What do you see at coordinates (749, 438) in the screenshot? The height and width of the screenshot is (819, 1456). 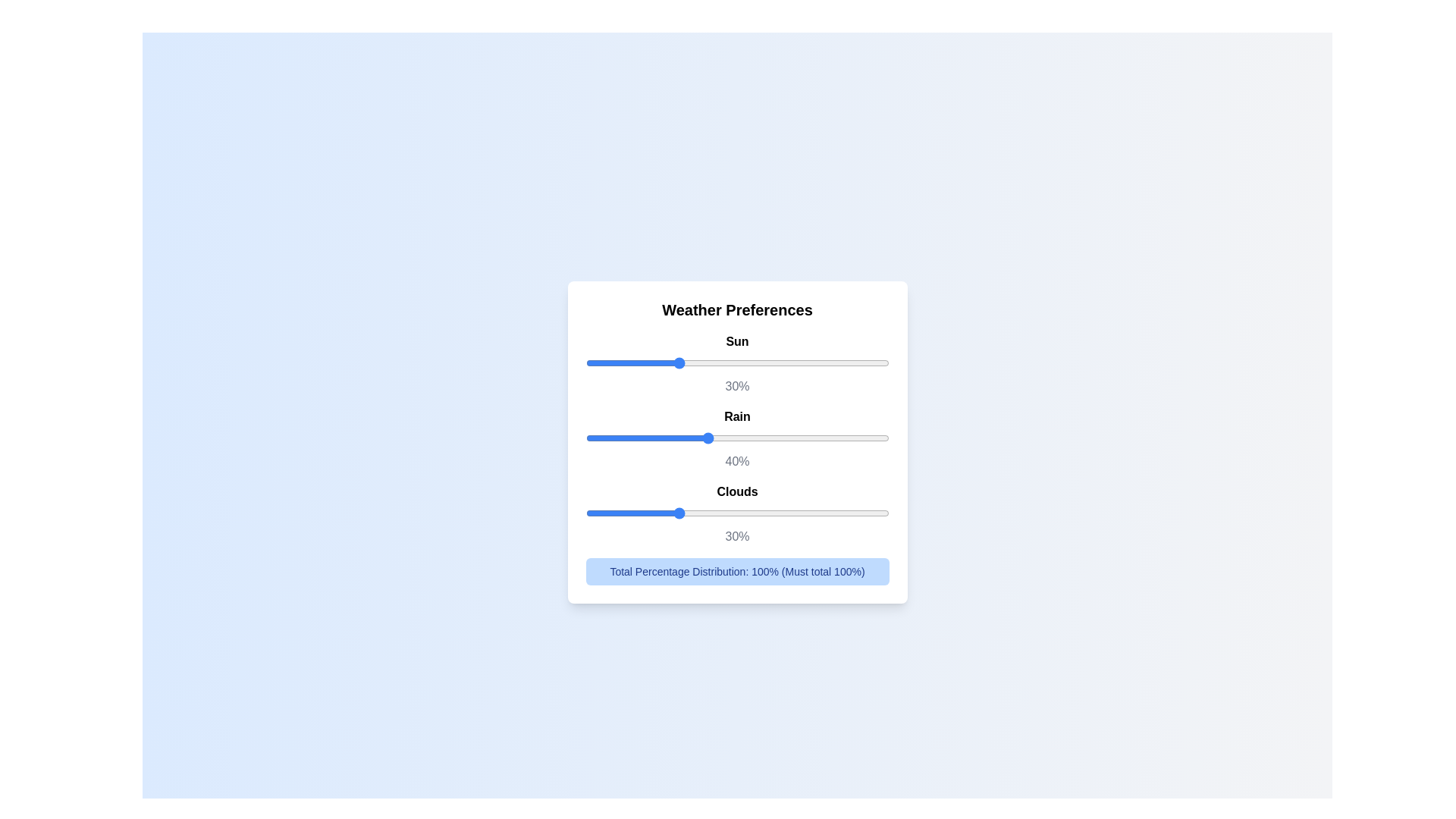 I see `the slider for 1 to set the percentage to 4` at bounding box center [749, 438].